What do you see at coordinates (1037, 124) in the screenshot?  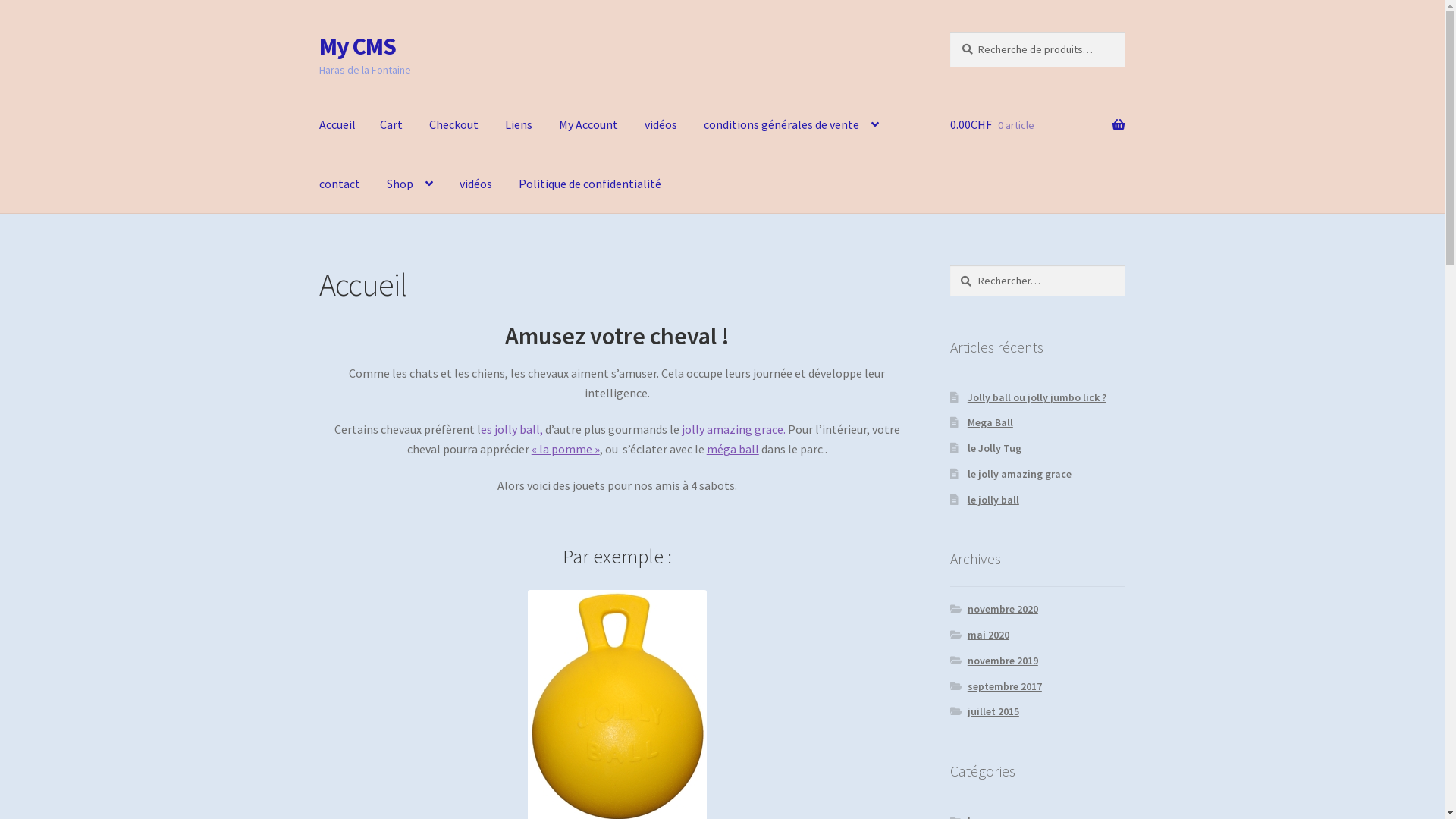 I see `'0.00CHF 0 article'` at bounding box center [1037, 124].